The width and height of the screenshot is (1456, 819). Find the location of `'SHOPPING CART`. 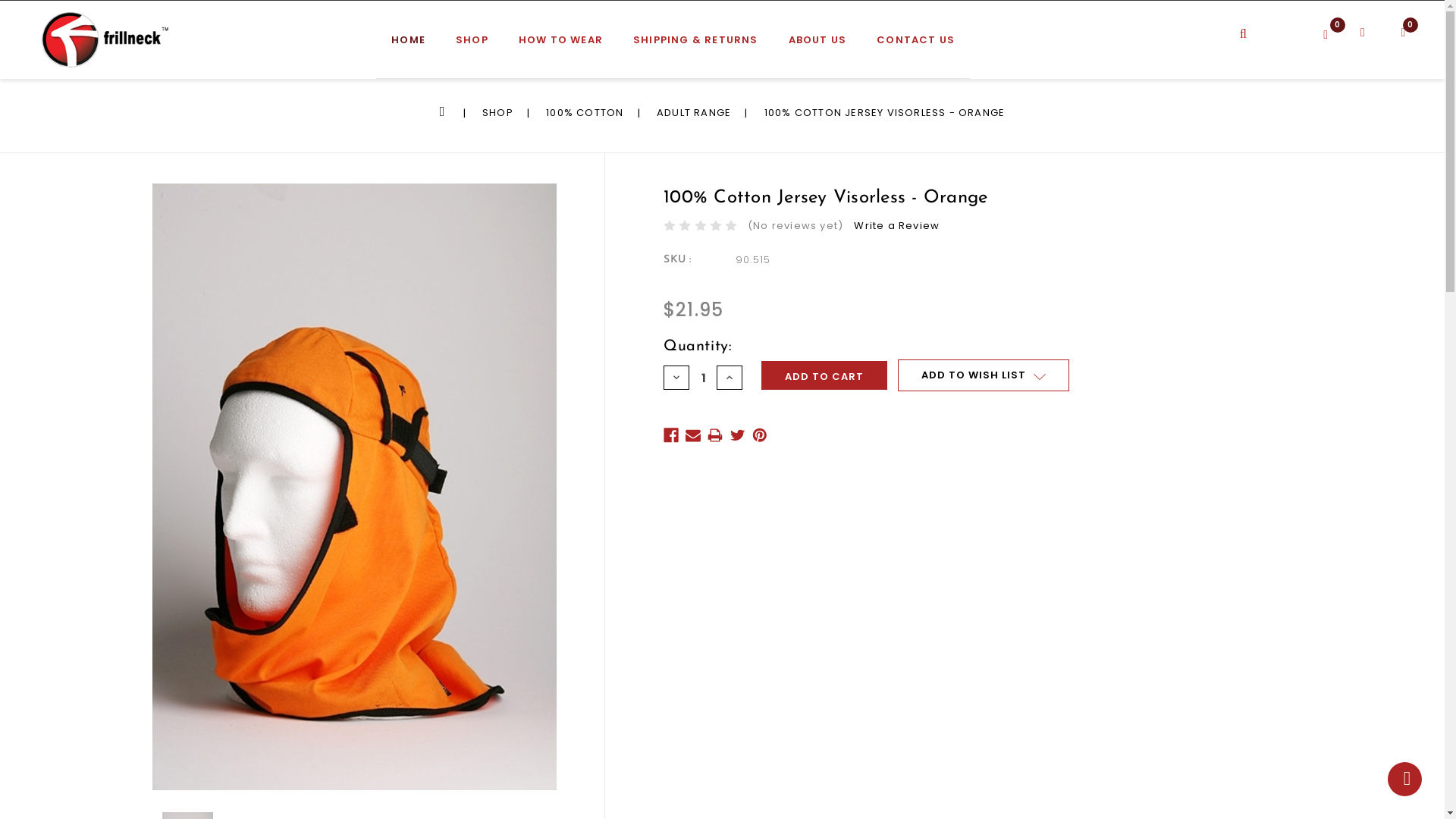

'SHOPPING CART is located at coordinates (1396, 37).